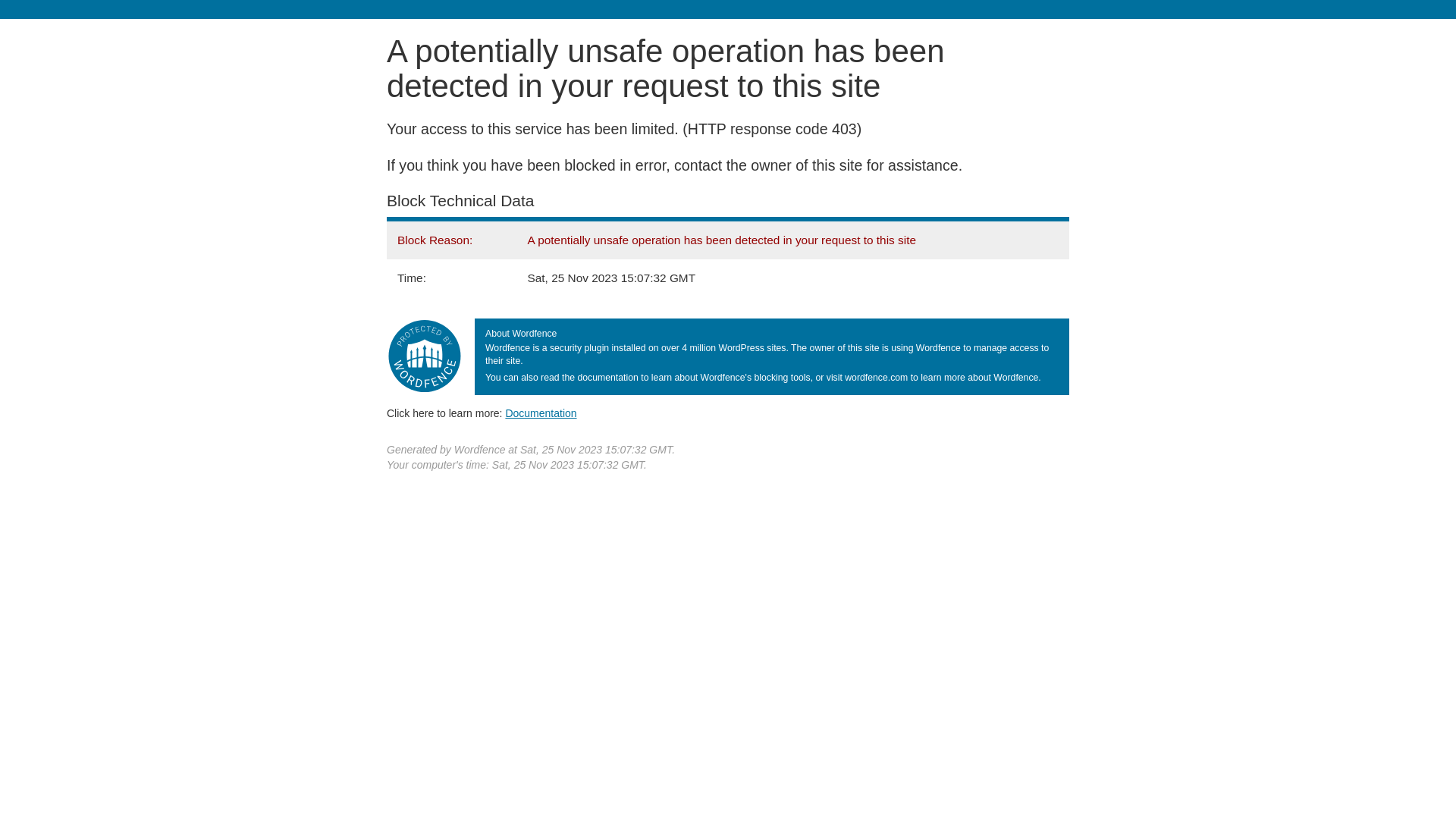 This screenshot has width=1456, height=819. What do you see at coordinates (541, 413) in the screenshot?
I see `'Documentation'` at bounding box center [541, 413].